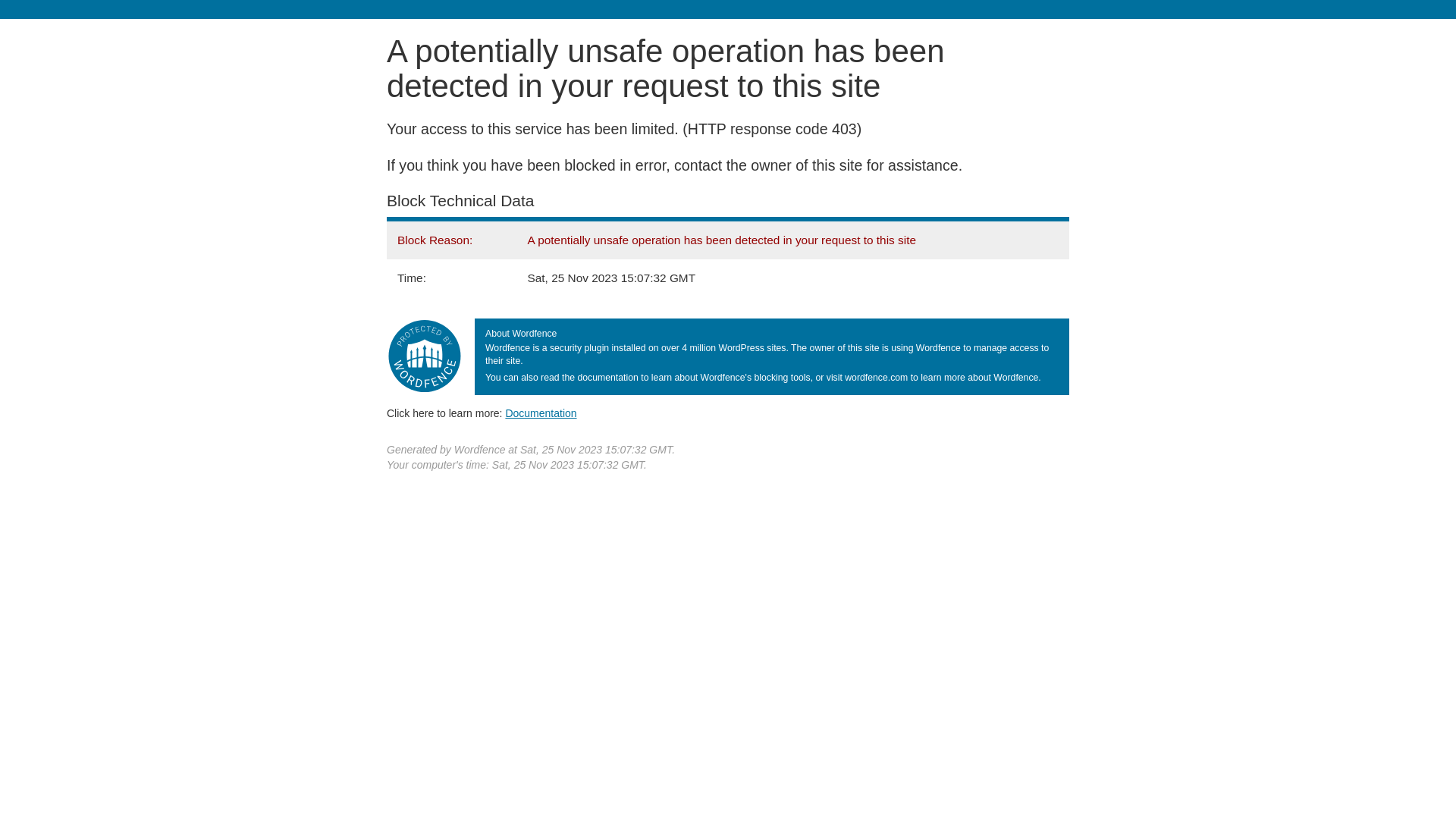 This screenshot has width=1456, height=819. What do you see at coordinates (541, 413) in the screenshot?
I see `'Documentation'` at bounding box center [541, 413].